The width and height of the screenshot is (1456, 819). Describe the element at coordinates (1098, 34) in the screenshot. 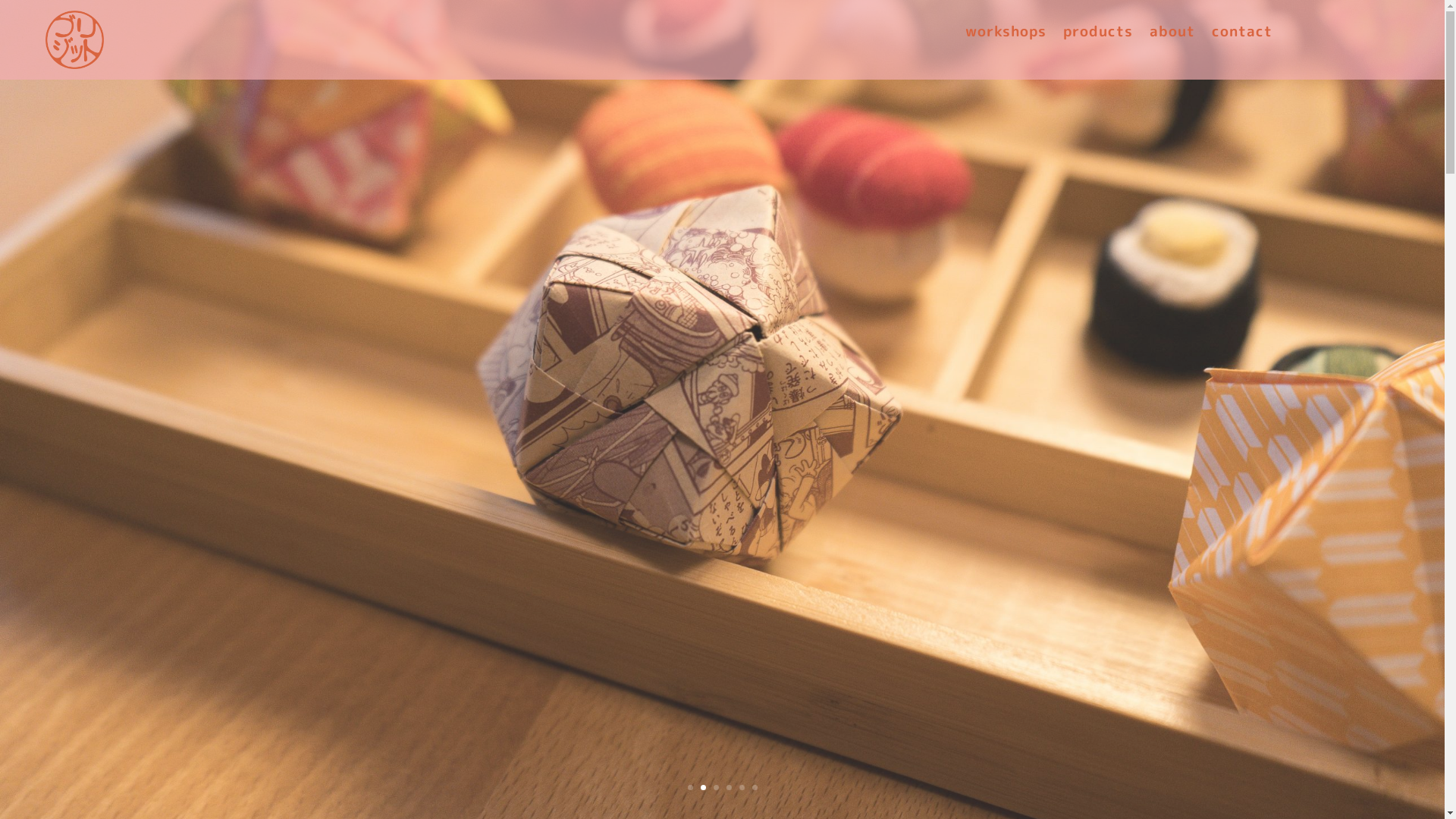

I see `'products'` at that location.